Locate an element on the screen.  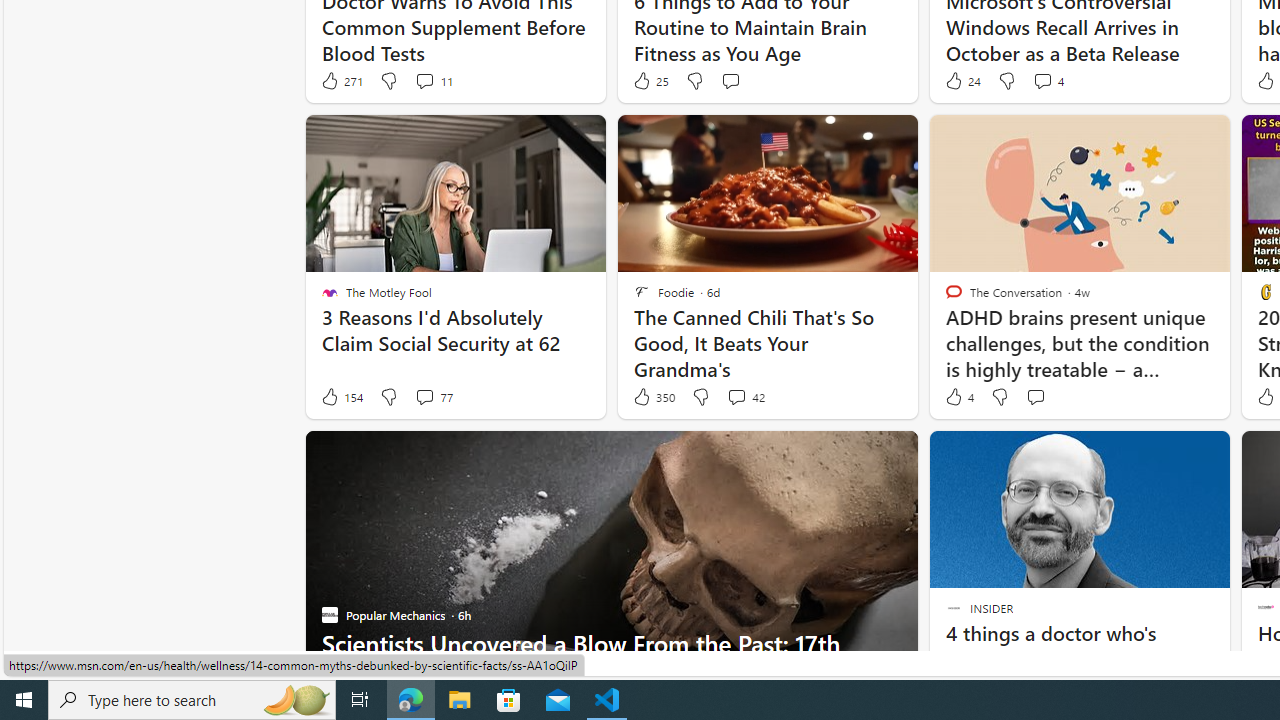
'View comments 77 Comment' is located at coordinates (432, 397).